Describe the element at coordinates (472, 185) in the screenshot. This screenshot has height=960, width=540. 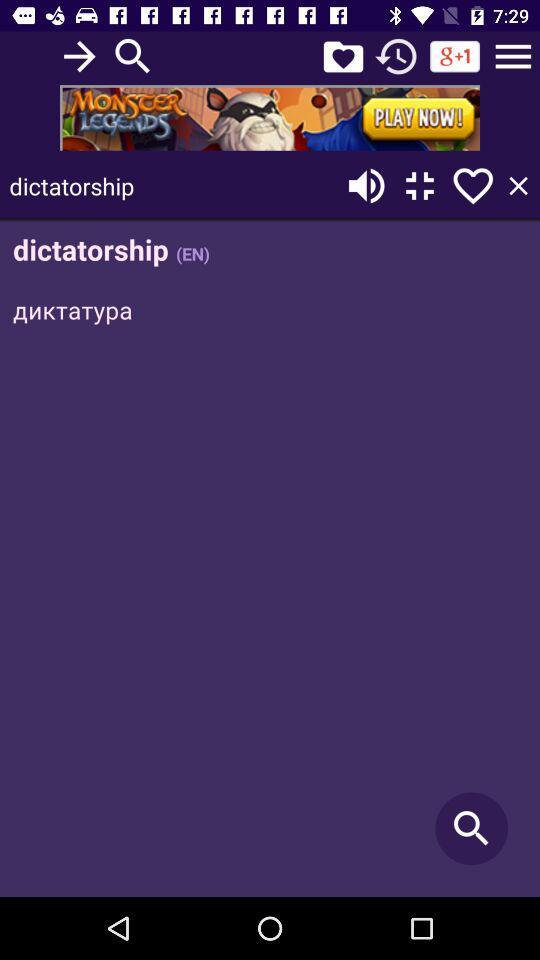
I see `this word` at that location.